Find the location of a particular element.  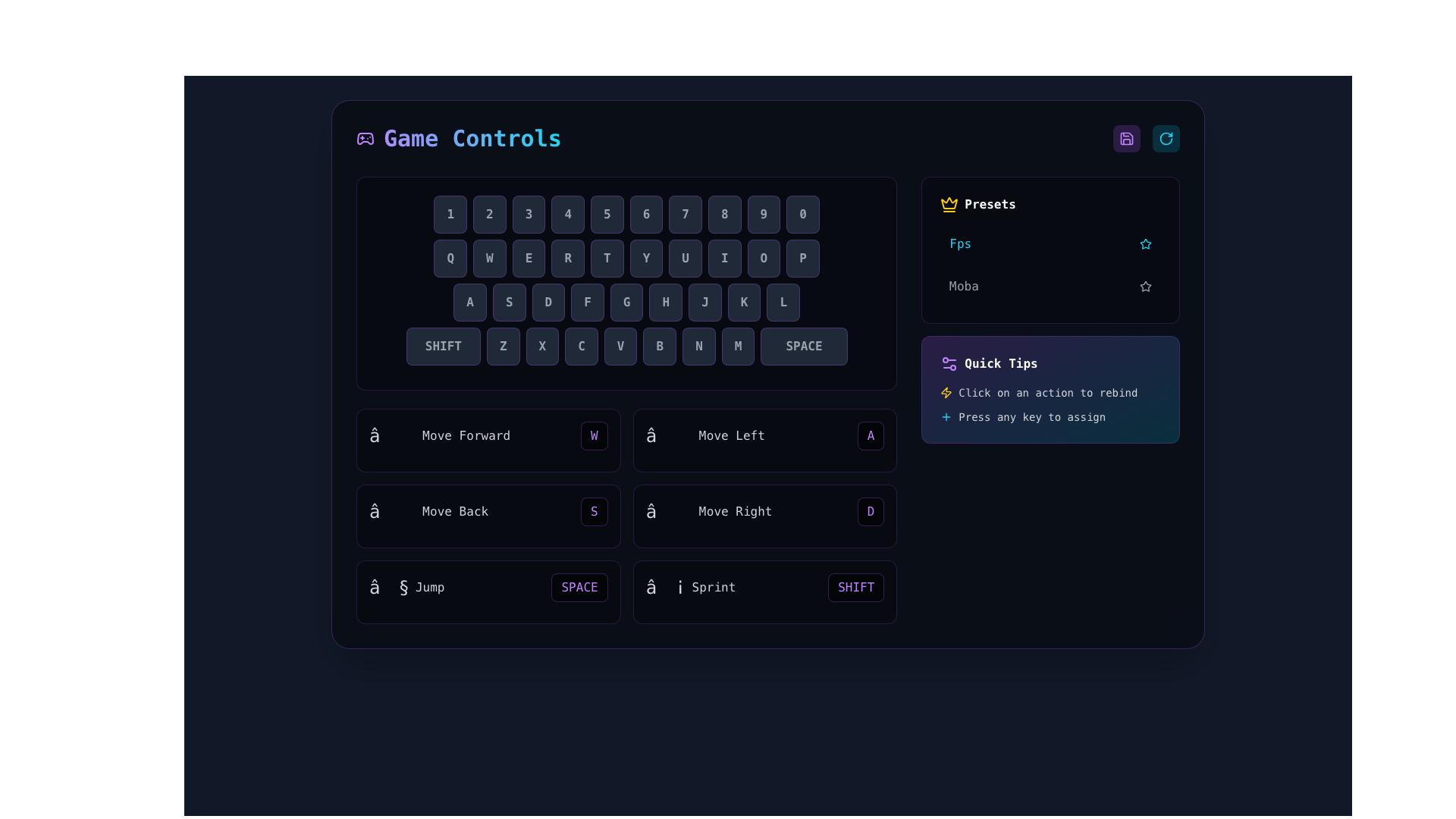

the text contained in the button representing the SPACE key, which is used for the Jump action in the game, located in the lower portion of the grid arrangement is located at coordinates (579, 587).